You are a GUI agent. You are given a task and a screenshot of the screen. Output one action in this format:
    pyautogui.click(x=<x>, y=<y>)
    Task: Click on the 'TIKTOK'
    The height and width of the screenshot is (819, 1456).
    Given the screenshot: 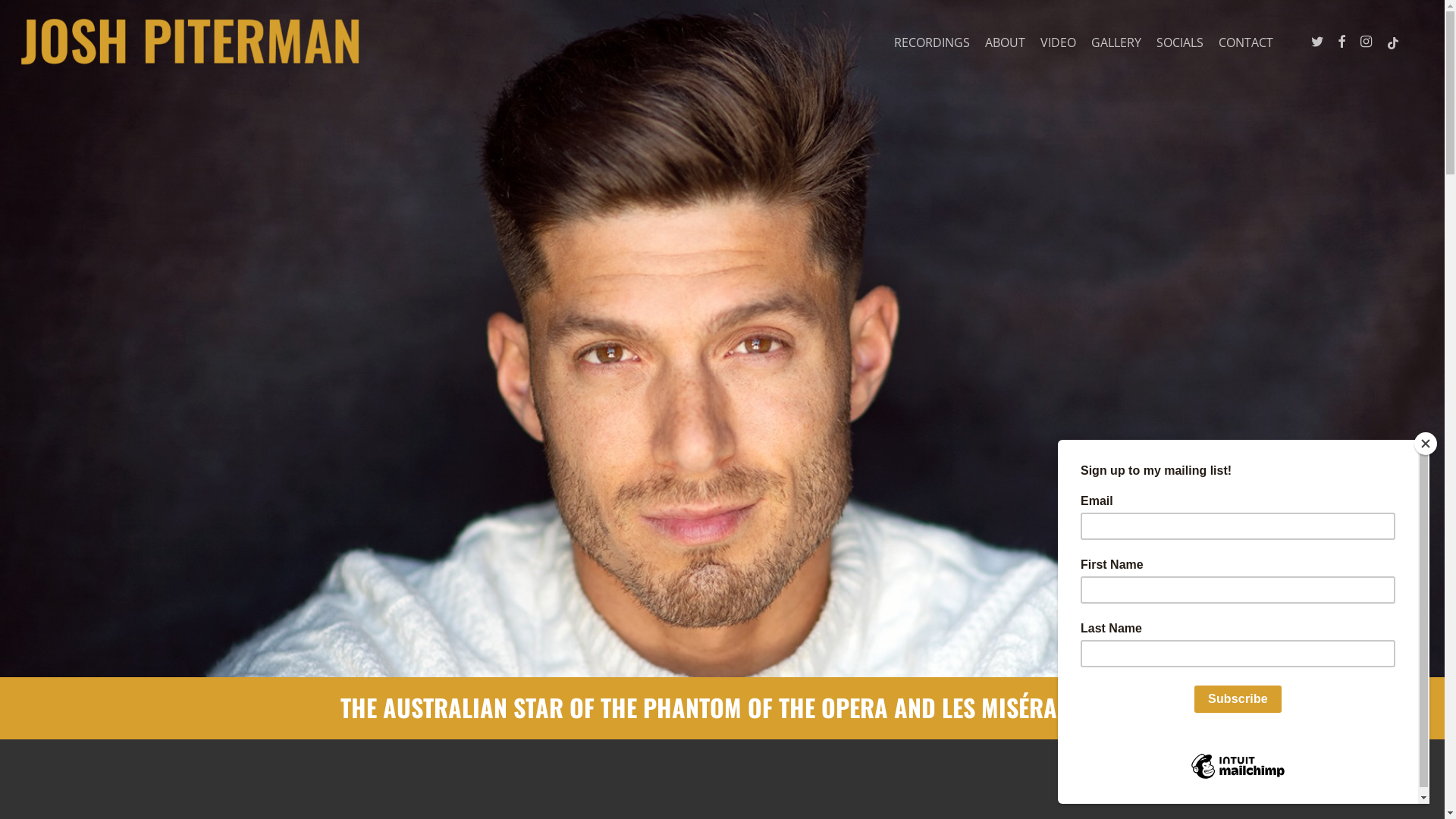 What is the action you would take?
    pyautogui.click(x=1393, y=40)
    